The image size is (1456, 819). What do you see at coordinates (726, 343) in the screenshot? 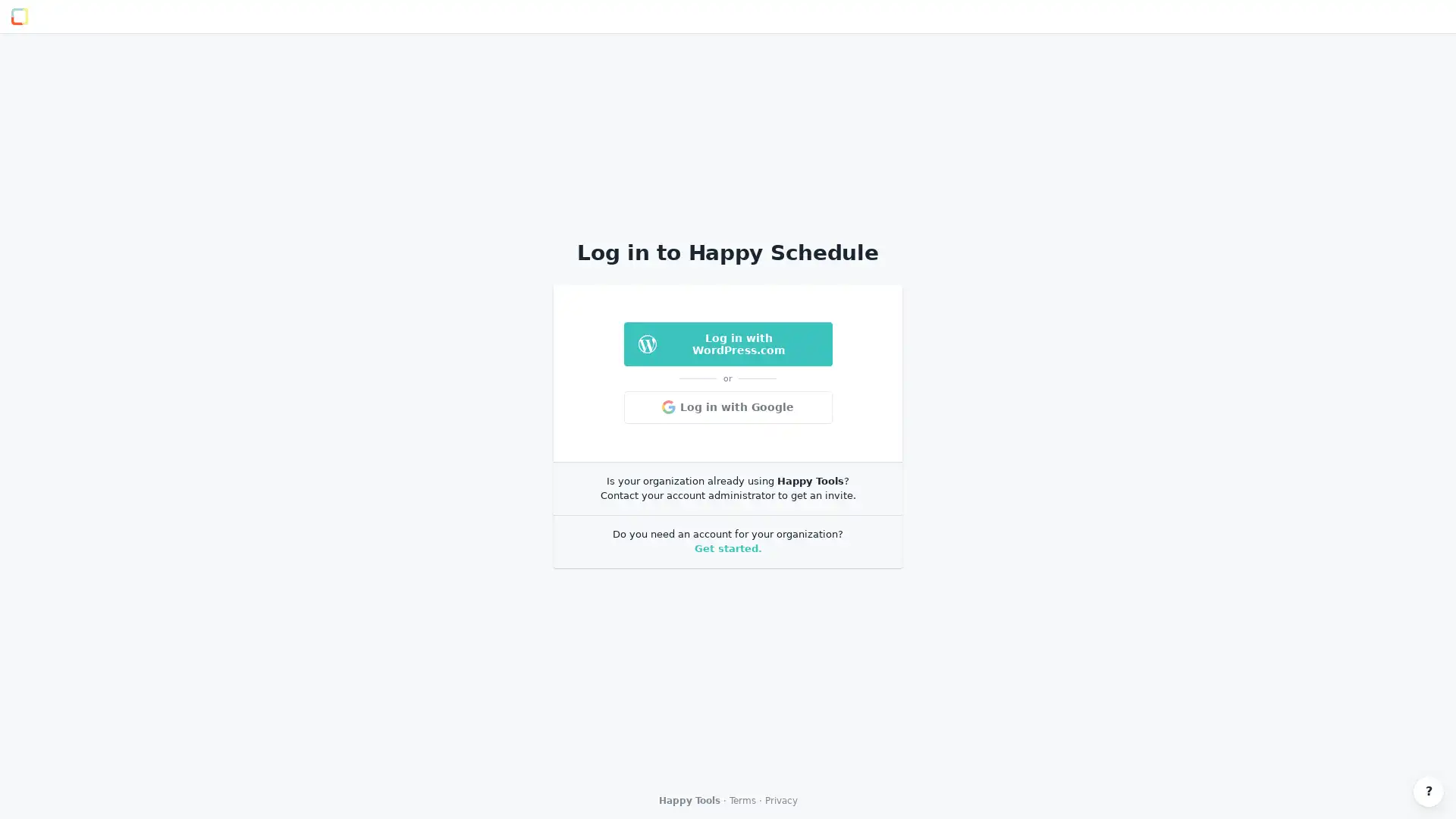
I see `Log in with WordPress.com` at bounding box center [726, 343].